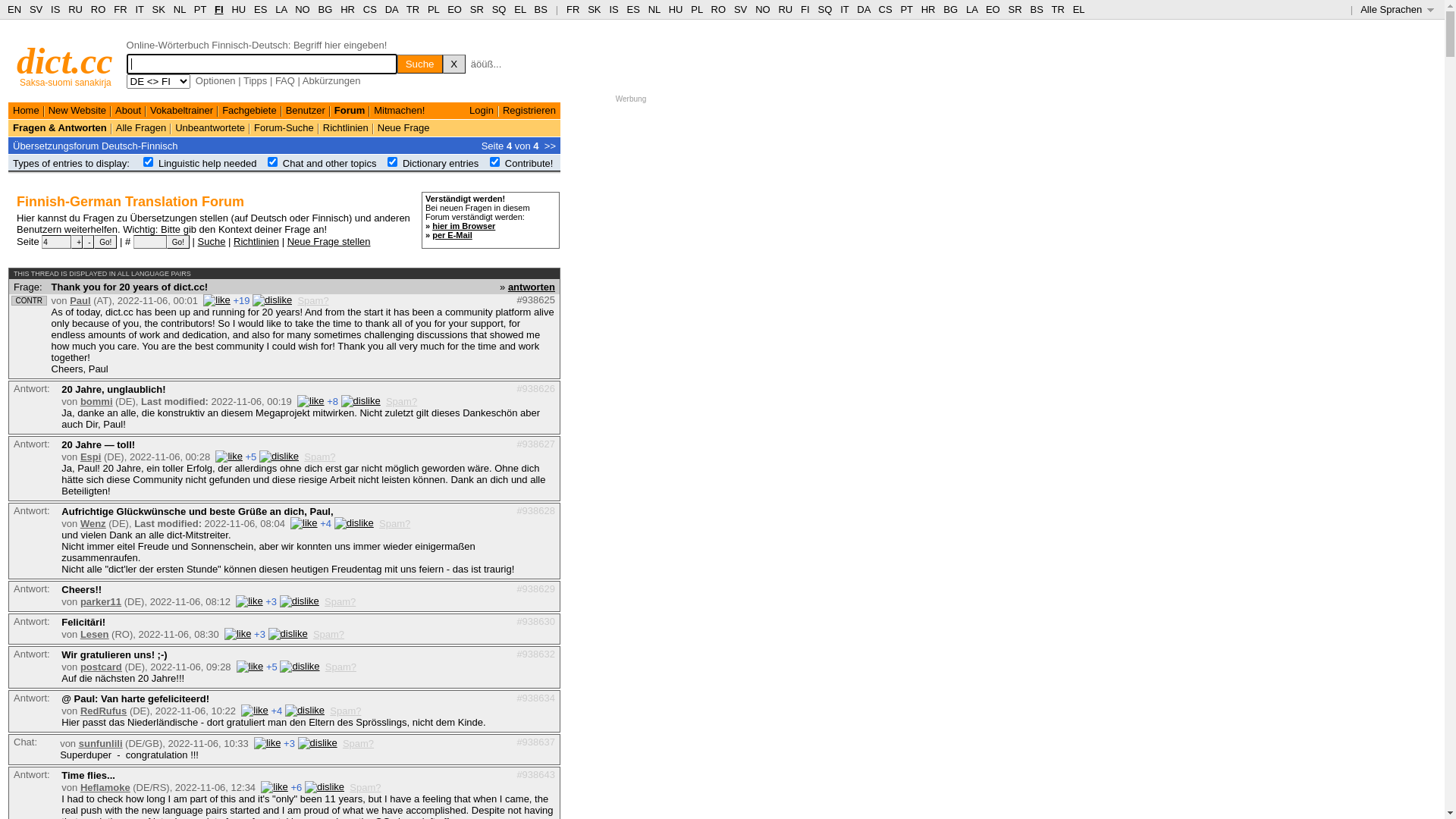 This screenshot has width=1456, height=819. What do you see at coordinates (79, 711) in the screenshot?
I see `'RedRufus'` at bounding box center [79, 711].